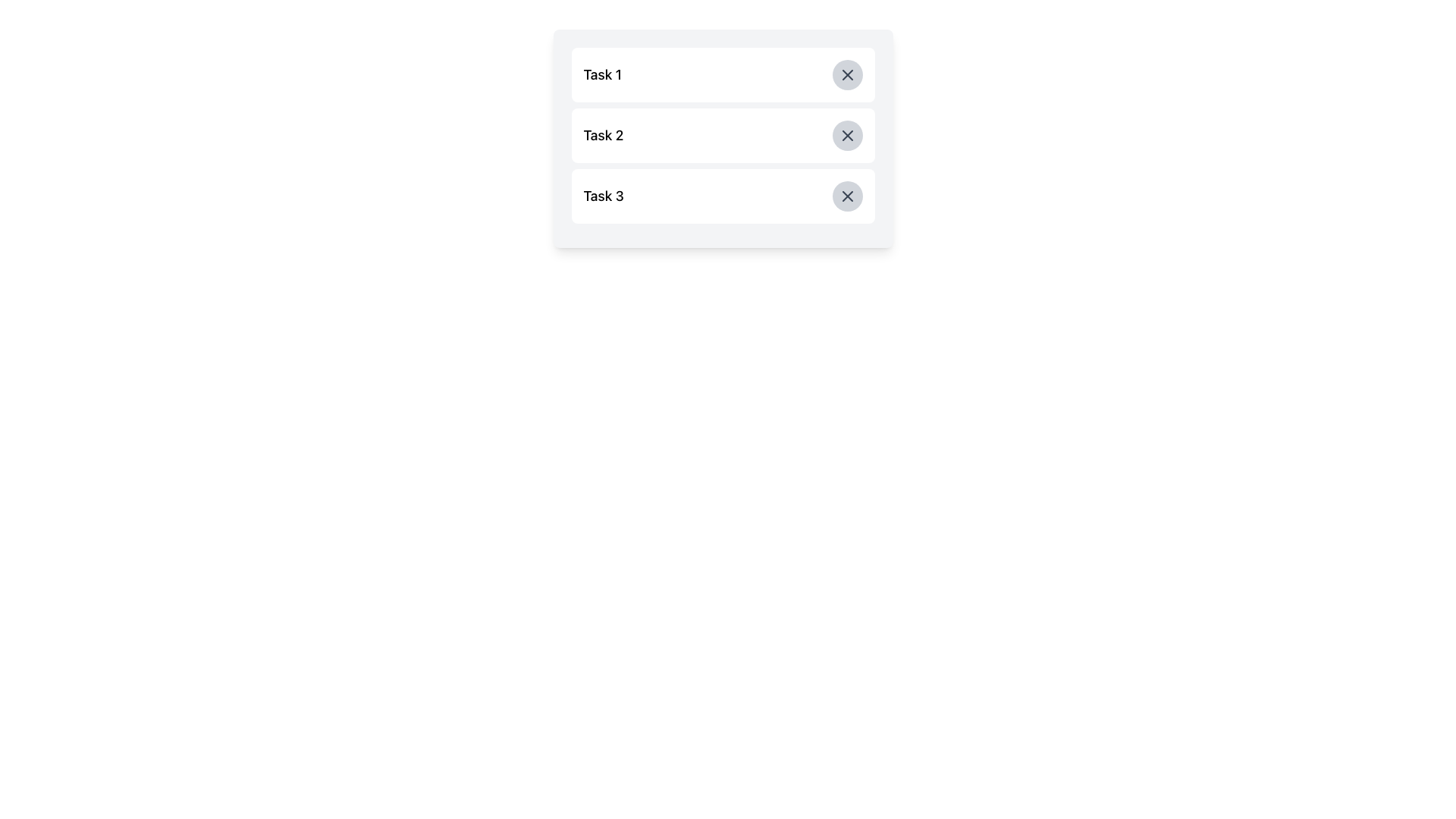 The height and width of the screenshot is (819, 1456). Describe the element at coordinates (601, 75) in the screenshot. I see `text content of the first task item label, which serves as an identifier located at the top-left corner of the card structure` at that location.